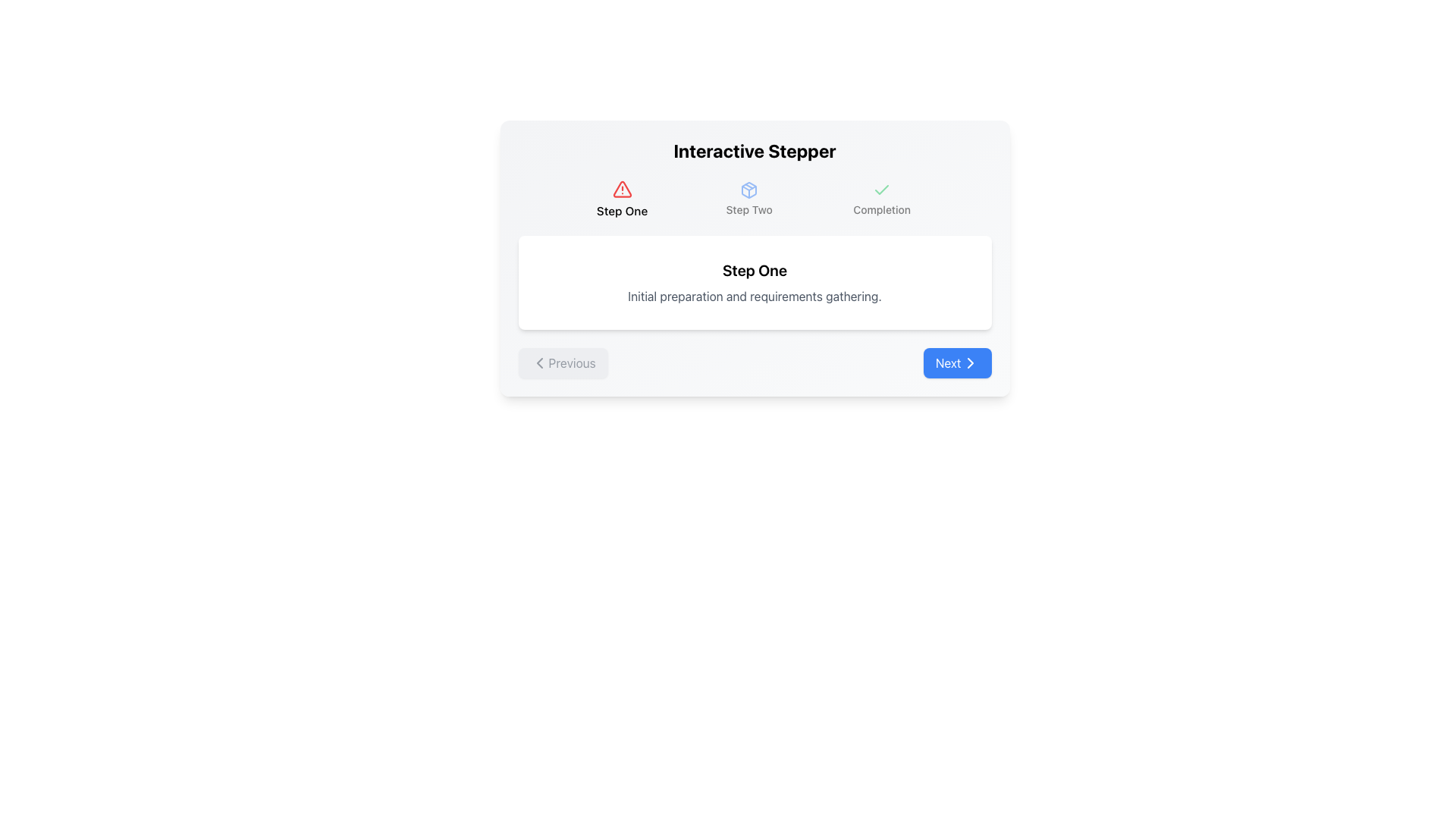 The width and height of the screenshot is (1456, 819). Describe the element at coordinates (755, 198) in the screenshot. I see `the Step navigation indicator representing 'Step Two' in the horizontal stepper interface to highlight it` at that location.